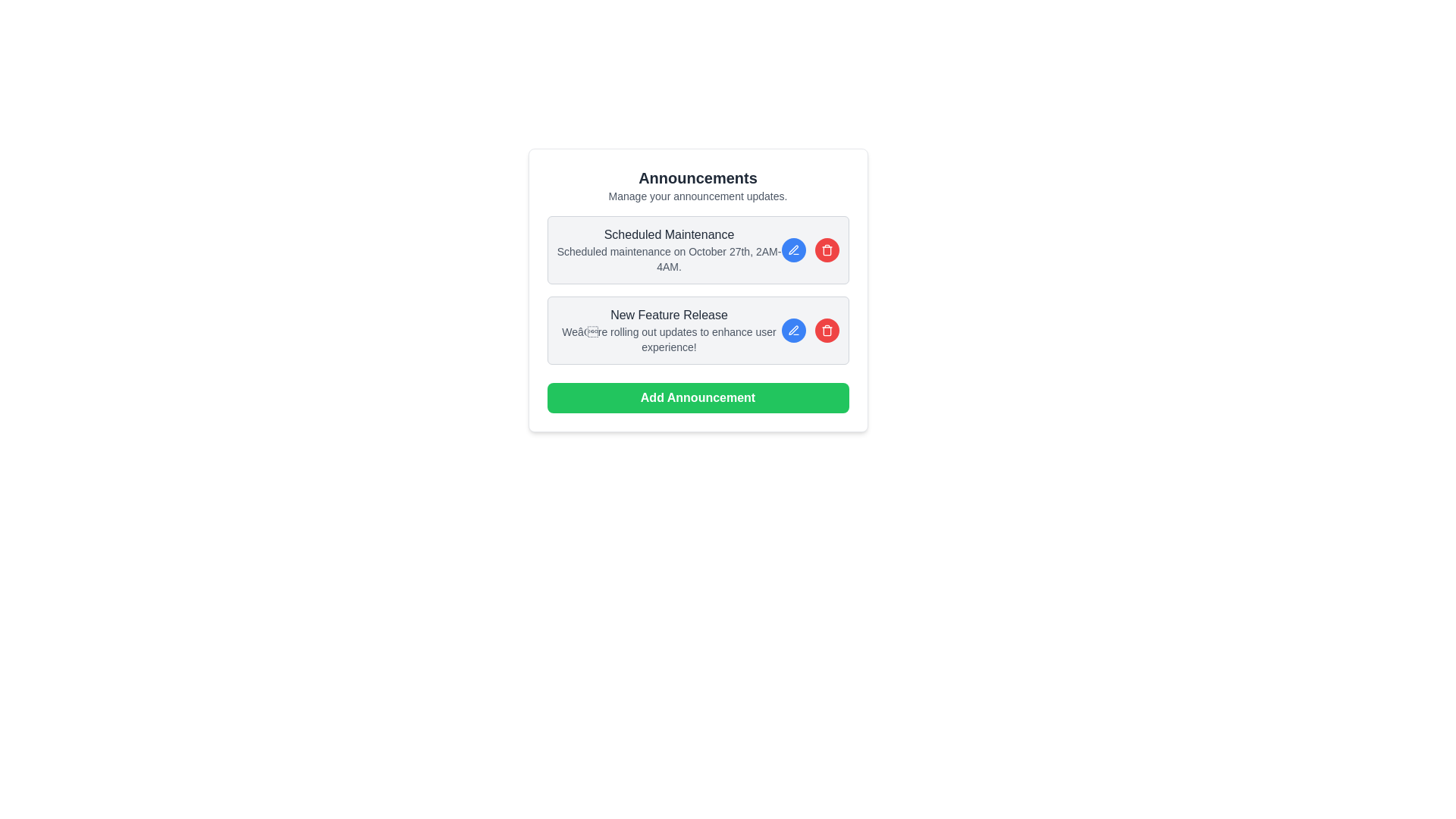  I want to click on text of the Text Label element displaying 'New Feature Release', which is bold and grayish-black, located under the 'Announcements' heading, so click(668, 315).